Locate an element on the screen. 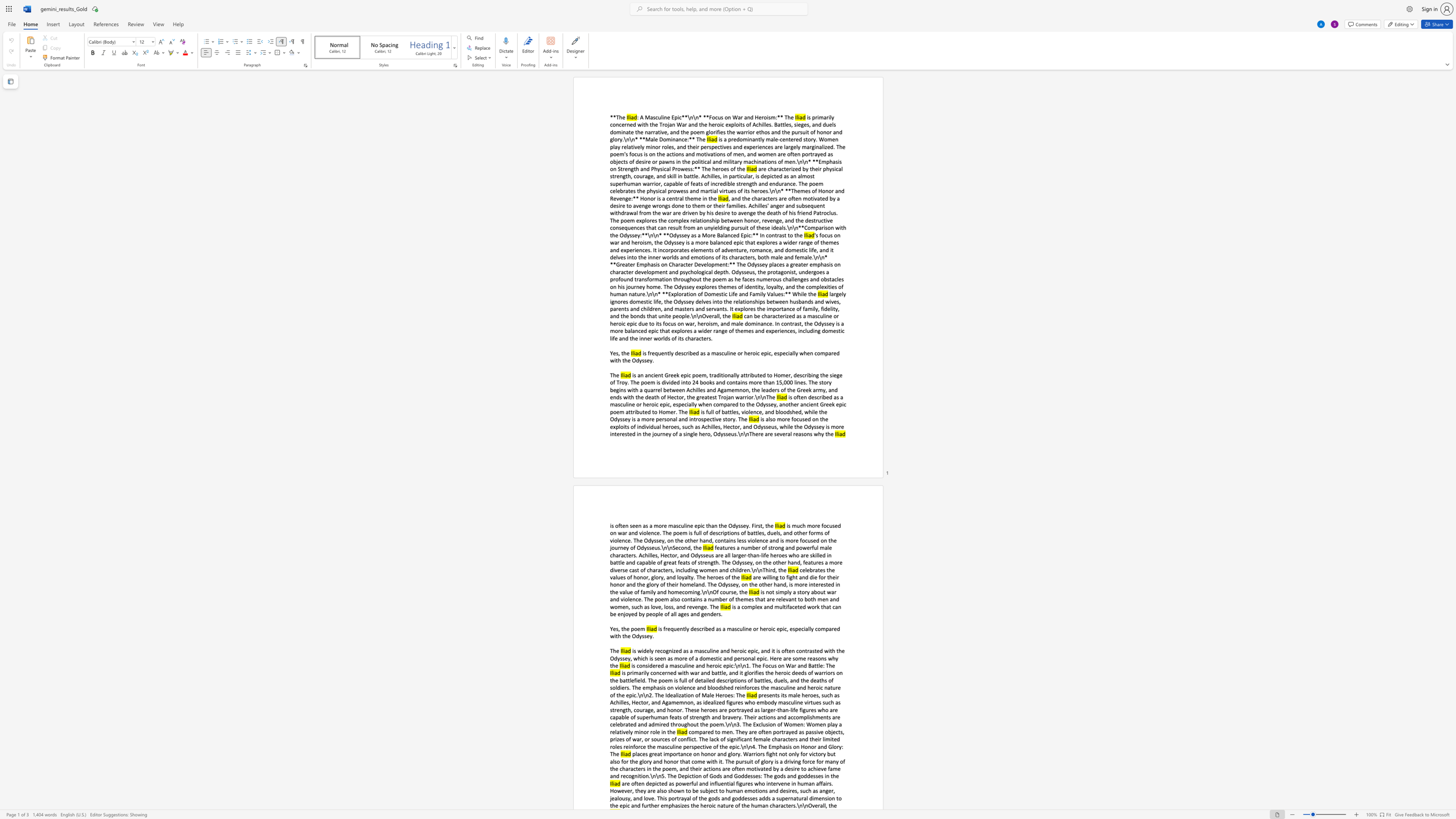 This screenshot has width=1456, height=819. the subset text "r forms of violence. The Odyssey, on the other hand," within the text "is much more focused on war and violence. The poem is full of descriptions of battles, duels, and other forms of violence. The Odyssey, on the other hand, contains less violence and is more focused on the journey of Odysseus.\n\nSecond, the" is located at coordinates (805, 533).